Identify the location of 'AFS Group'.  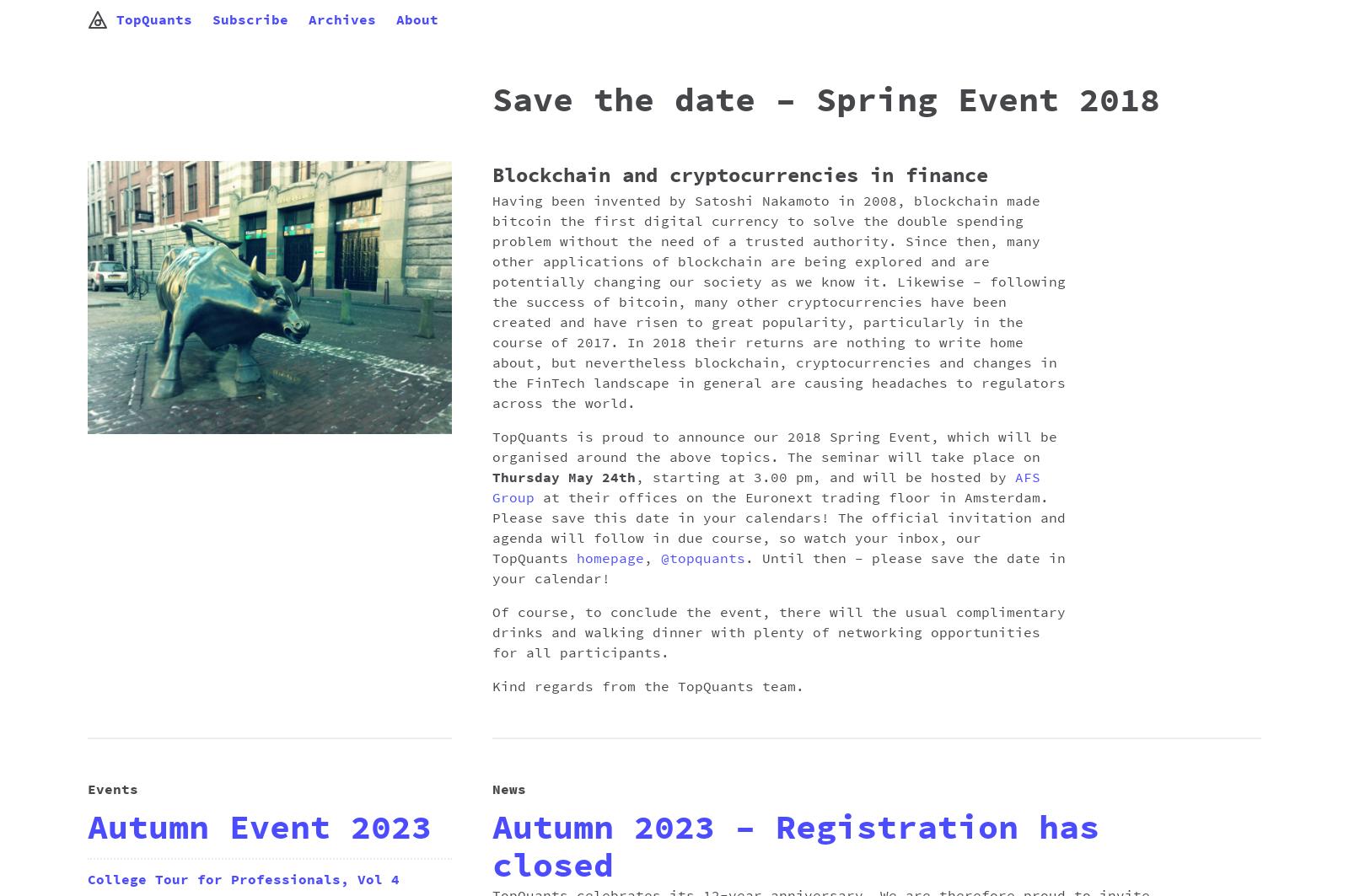
(765, 487).